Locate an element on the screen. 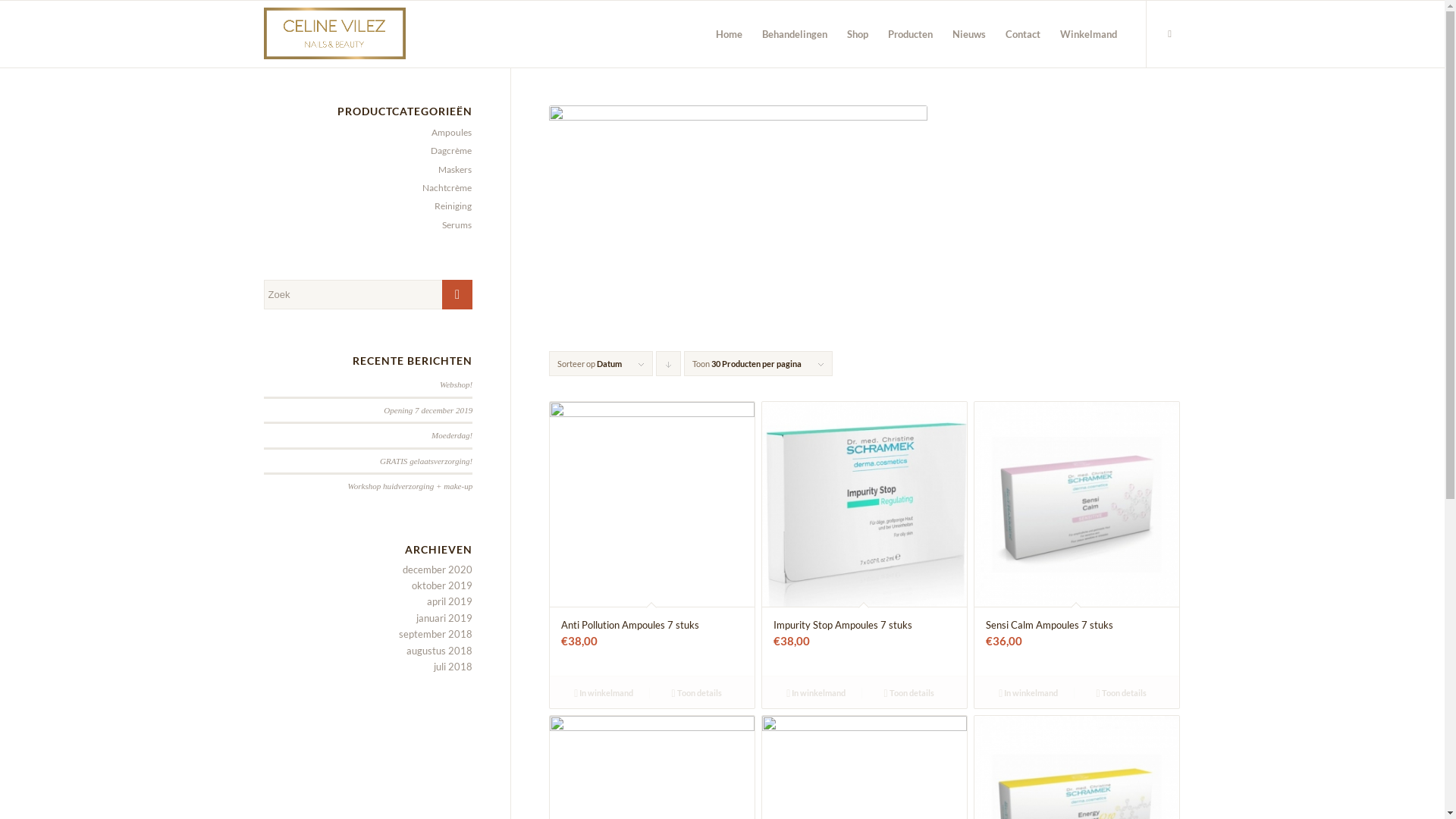 This screenshot has height=819, width=1456. 'Producten aflopend sorteren' is located at coordinates (667, 363).